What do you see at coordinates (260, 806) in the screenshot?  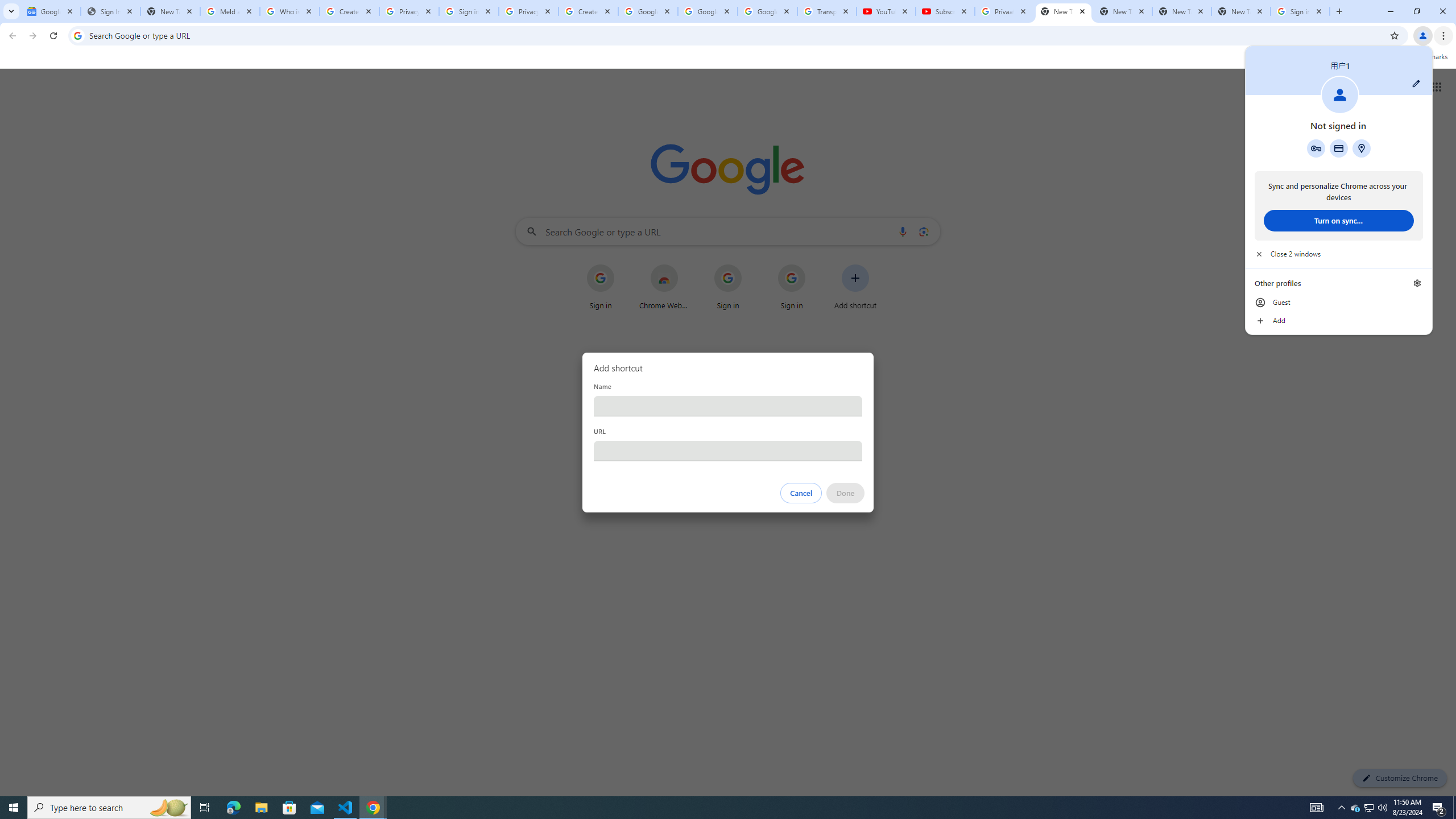 I see `'File Explorer'` at bounding box center [260, 806].